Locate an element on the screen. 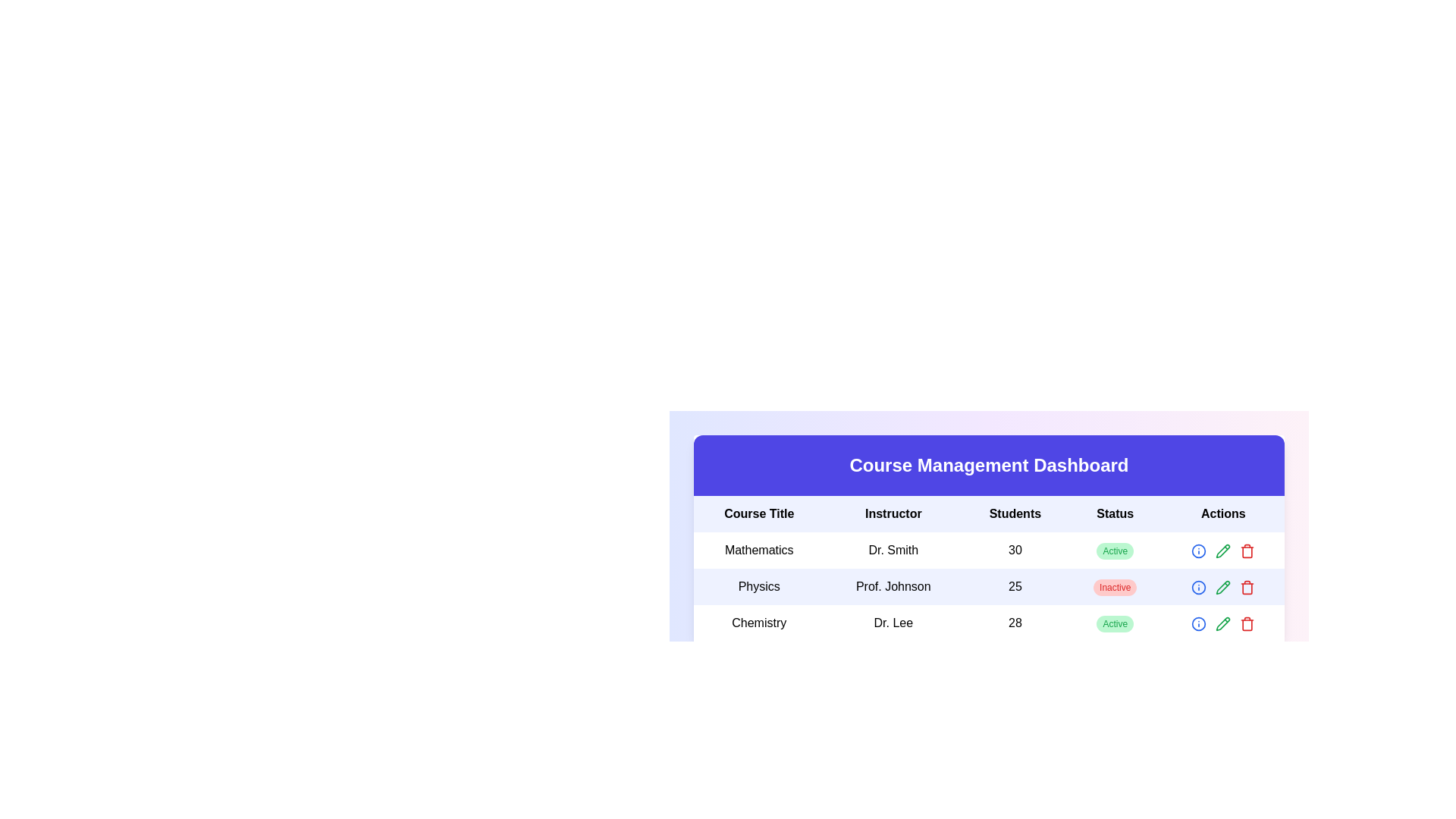 This screenshot has width=1456, height=819. the green pencil-shaped icon in the 'Actions' column of the last row corresponding to the 'Chemistry' course instructed by Dr. Lee is located at coordinates (1223, 623).